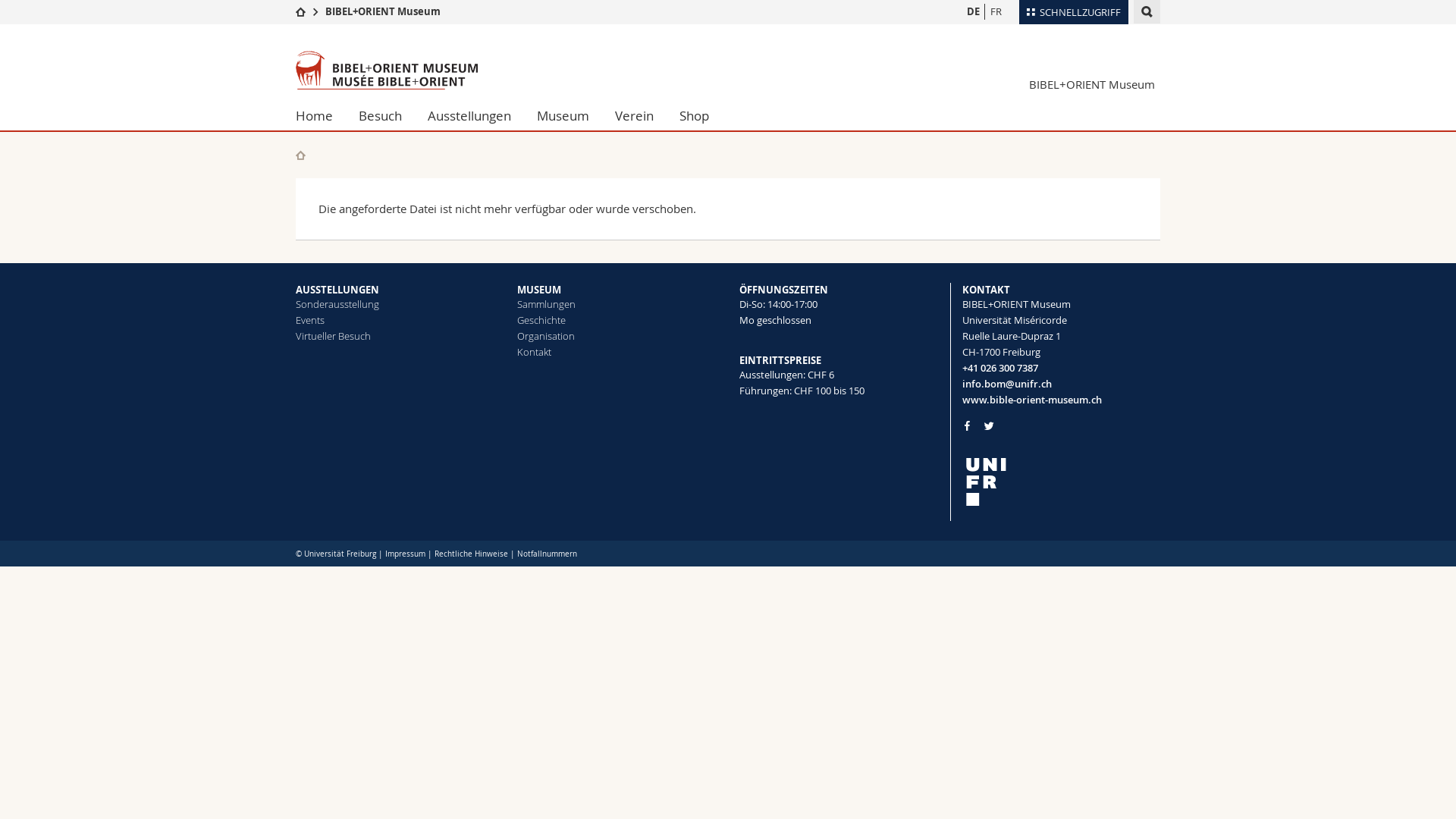 This screenshot has height=819, width=1456. Describe the element at coordinates (1090, 84) in the screenshot. I see `'BIBEL+ORIENT Museum'` at that location.